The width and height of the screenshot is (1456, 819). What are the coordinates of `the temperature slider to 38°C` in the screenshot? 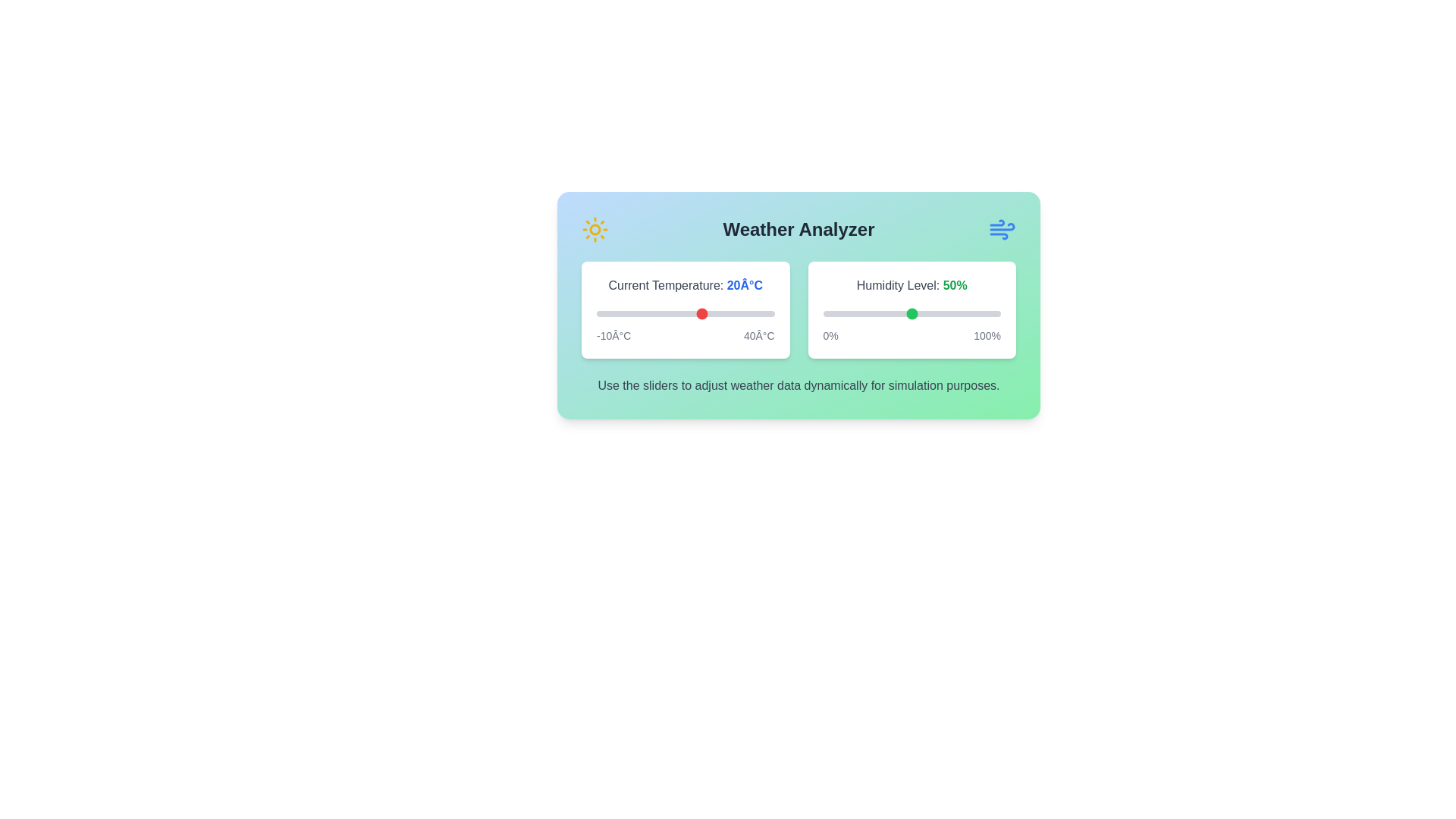 It's located at (767, 312).